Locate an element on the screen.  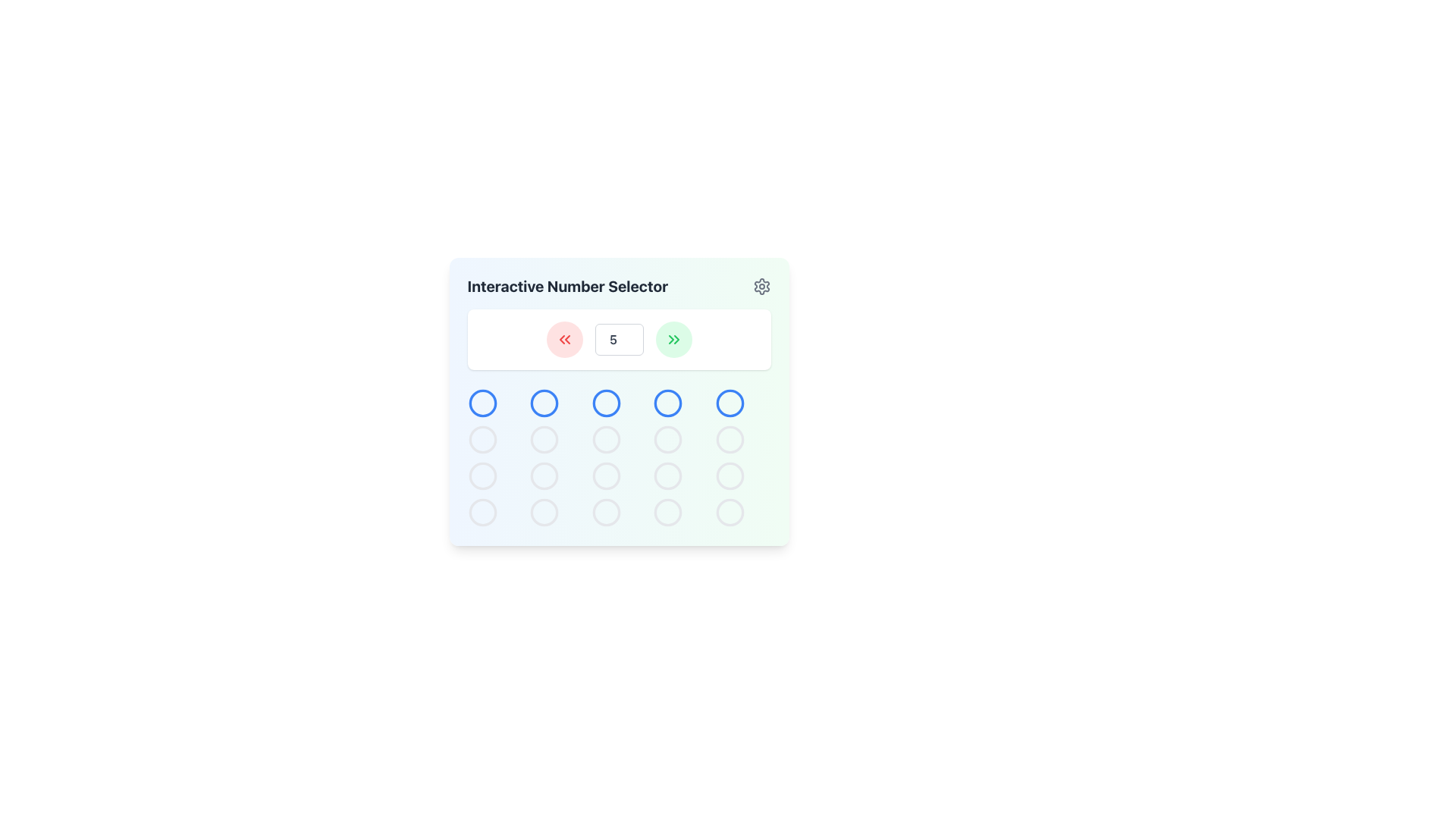
the left chevron icon located next to the number box labeled '5' in the header section, which indicates navigation or progression is located at coordinates (670, 338).